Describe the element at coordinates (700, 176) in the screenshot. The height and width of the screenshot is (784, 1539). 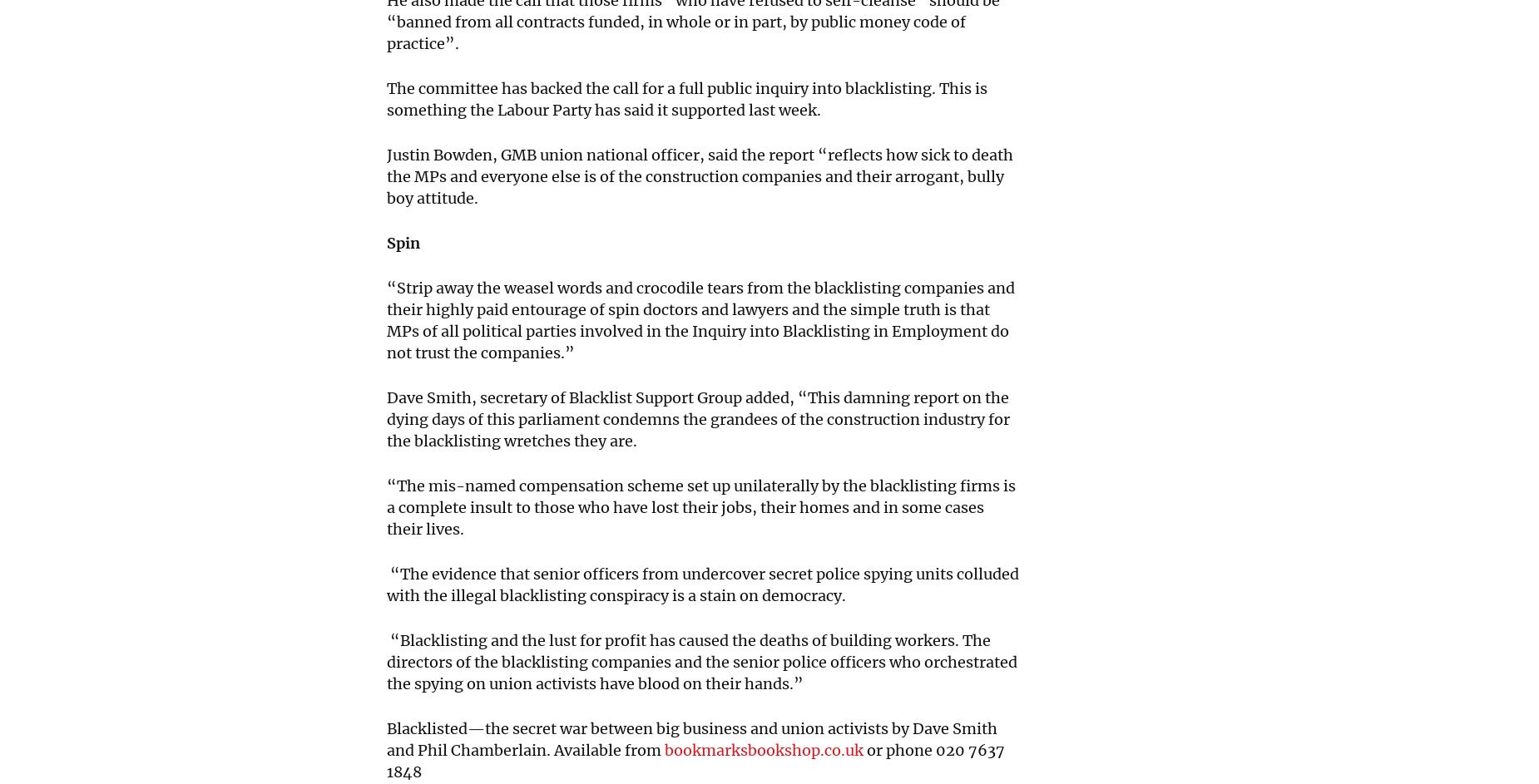
I see `'Justin Bowden, GMB union national officer, said the report “reflects how sick to death the MPs and everyone else is of the construction companies and their arrogant, bully boy attitude.'` at that location.